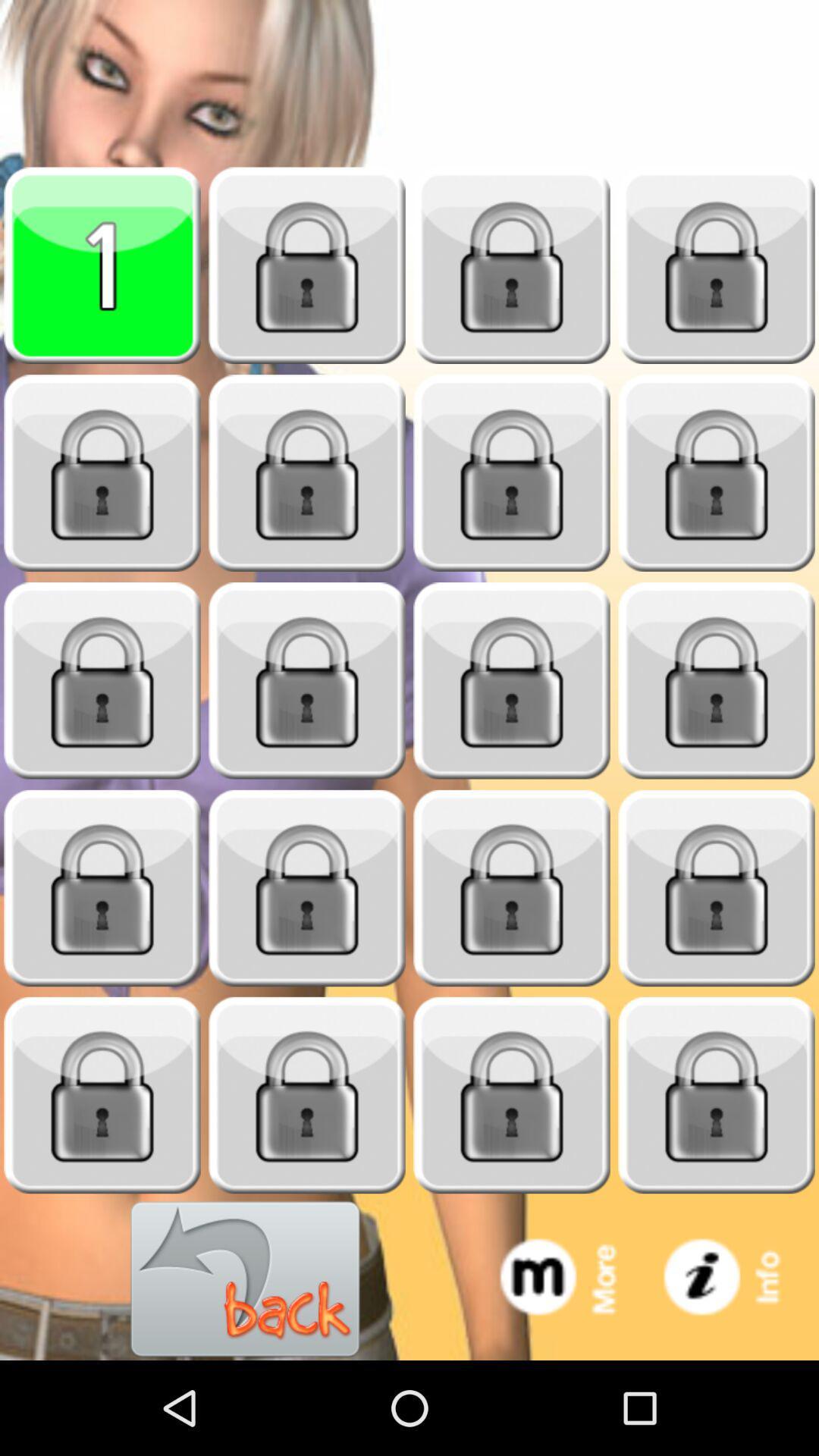  What do you see at coordinates (573, 1279) in the screenshot?
I see `extra options` at bounding box center [573, 1279].